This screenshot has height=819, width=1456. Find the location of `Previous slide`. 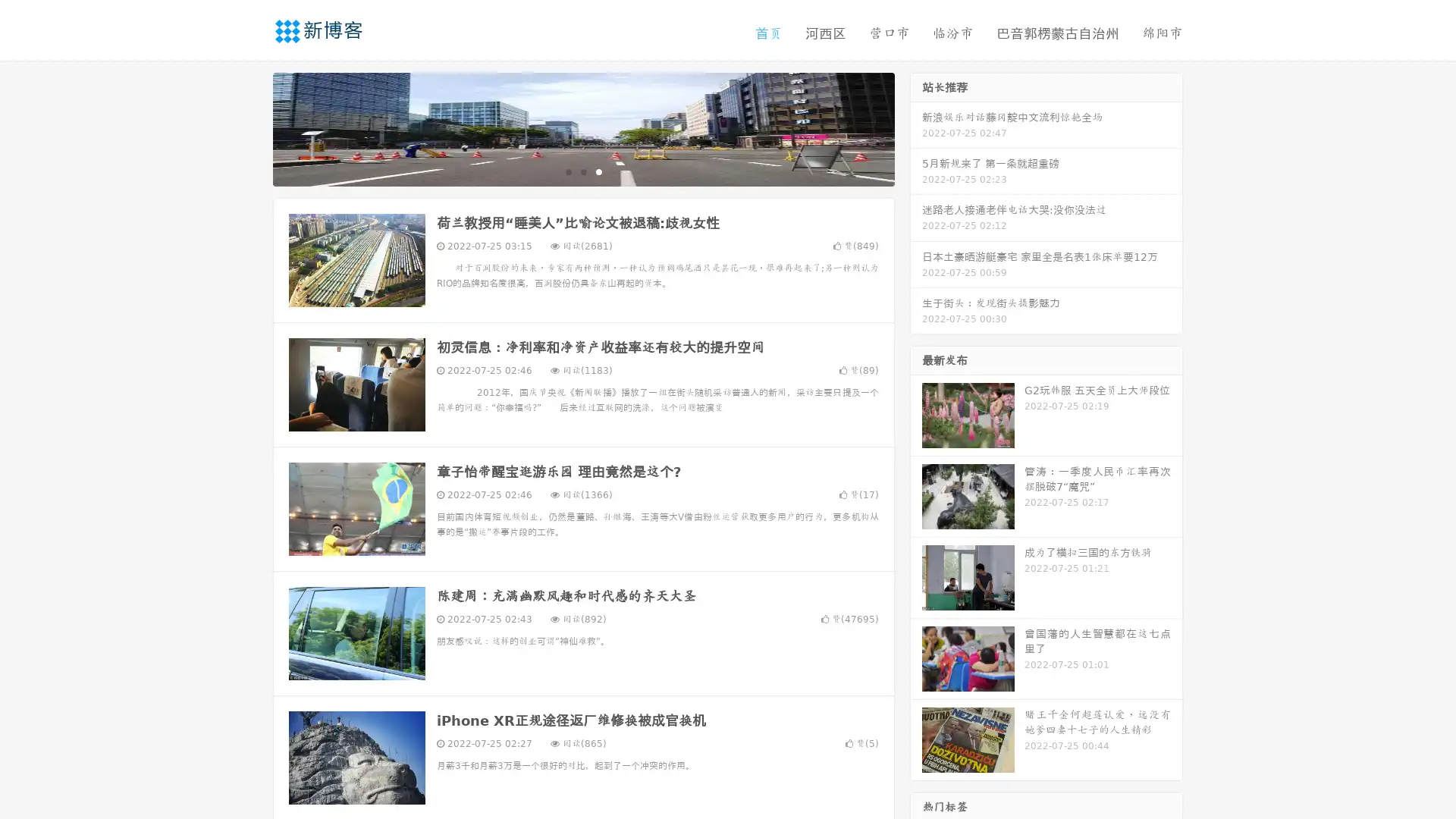

Previous slide is located at coordinates (250, 127).